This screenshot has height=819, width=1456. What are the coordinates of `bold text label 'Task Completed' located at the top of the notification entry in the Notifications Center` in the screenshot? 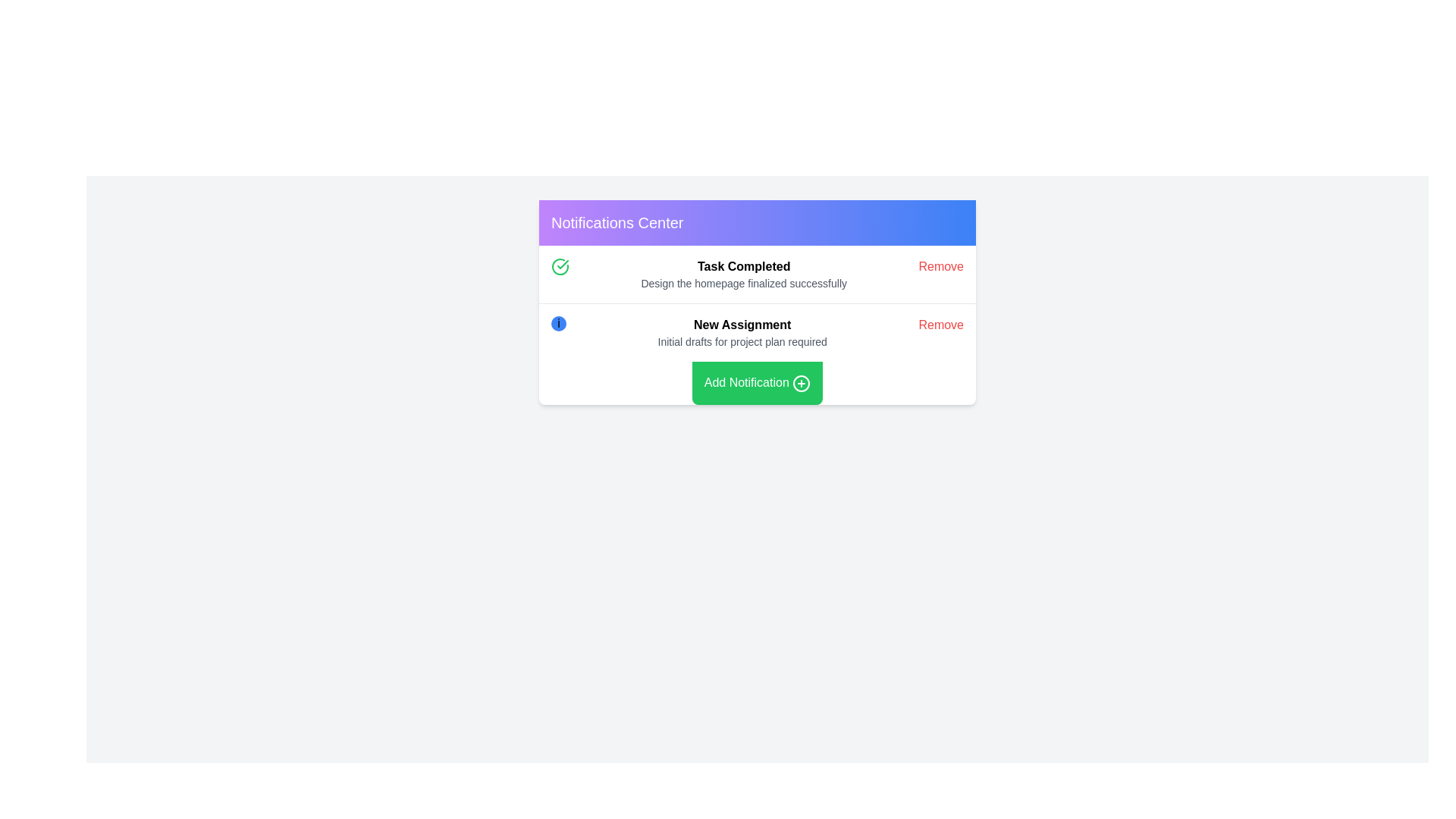 It's located at (744, 265).